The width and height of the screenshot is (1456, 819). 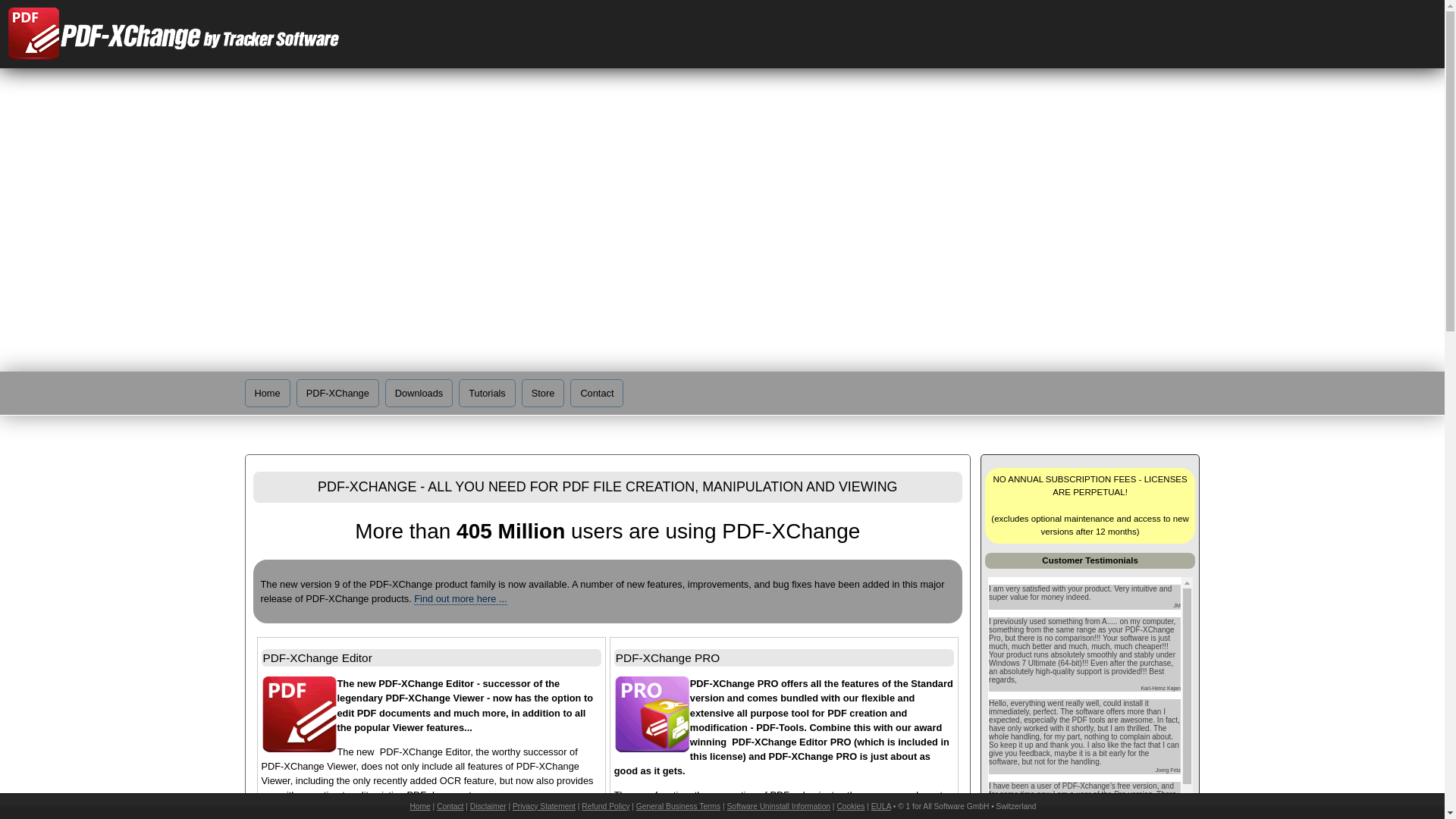 What do you see at coordinates (677, 805) in the screenshot?
I see `'General Business Terms'` at bounding box center [677, 805].